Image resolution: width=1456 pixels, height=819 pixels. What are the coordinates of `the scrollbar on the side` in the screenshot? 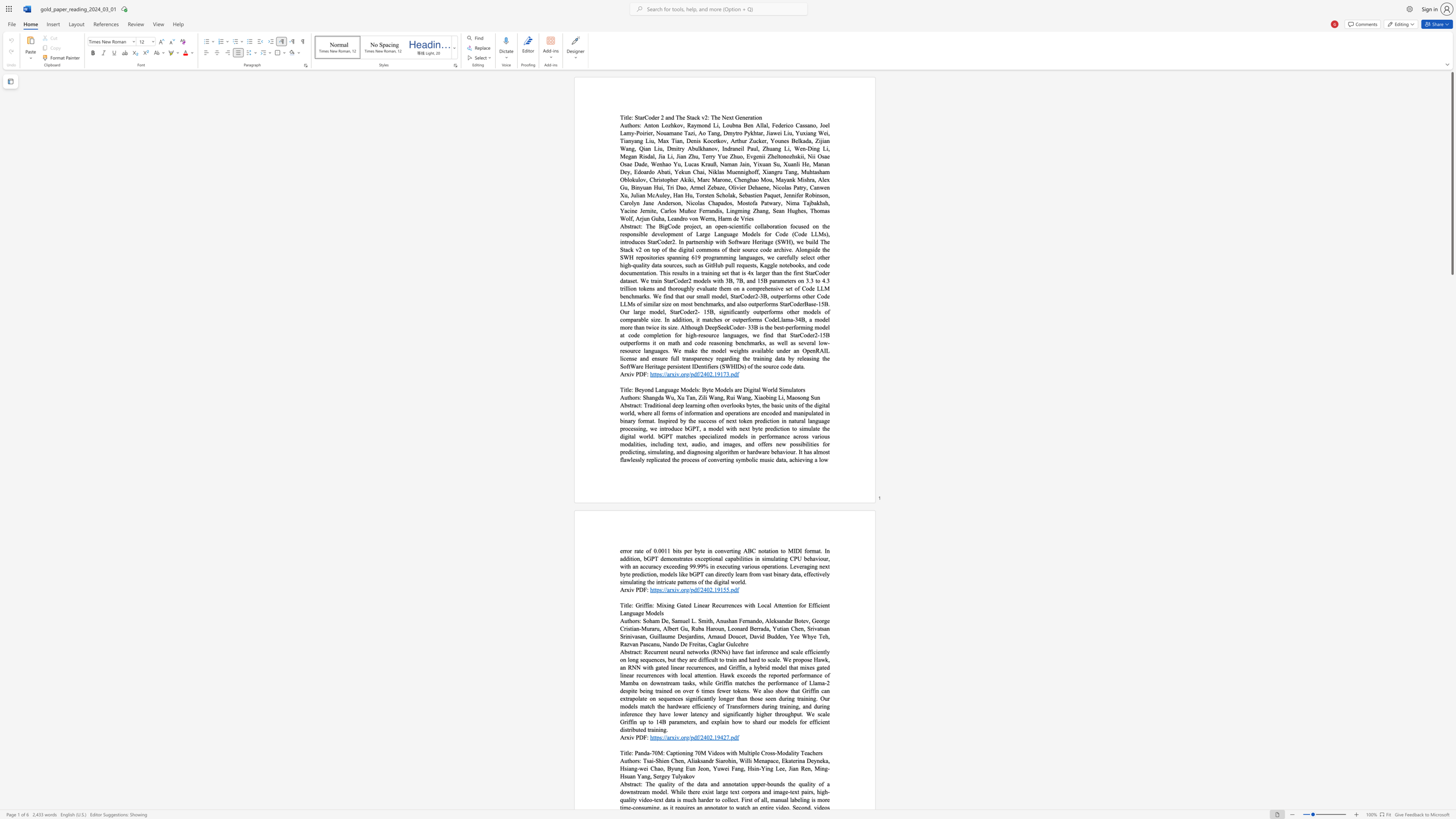 It's located at (1451, 735).